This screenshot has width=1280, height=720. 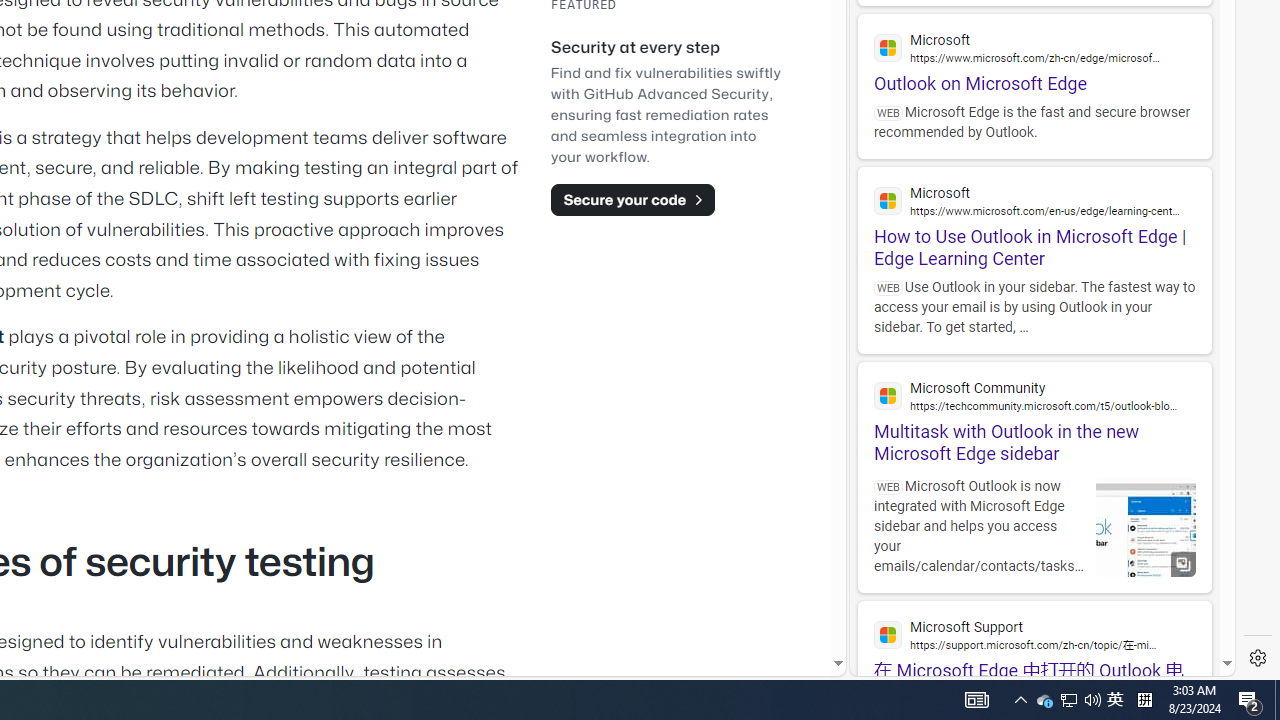 I want to click on 'Outlook on Microsoft Edge', so click(x=1034, y=53).